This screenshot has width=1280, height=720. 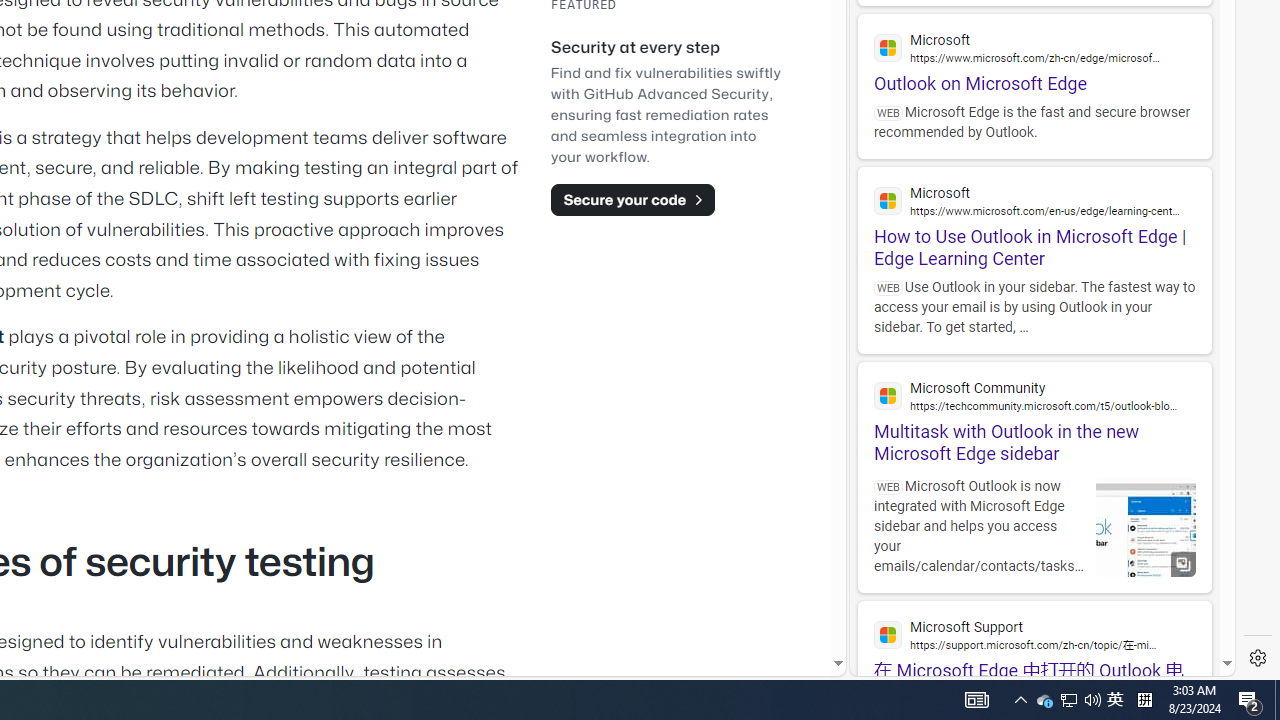 I want to click on 'Outlook on Microsoft Edge', so click(x=1034, y=53).